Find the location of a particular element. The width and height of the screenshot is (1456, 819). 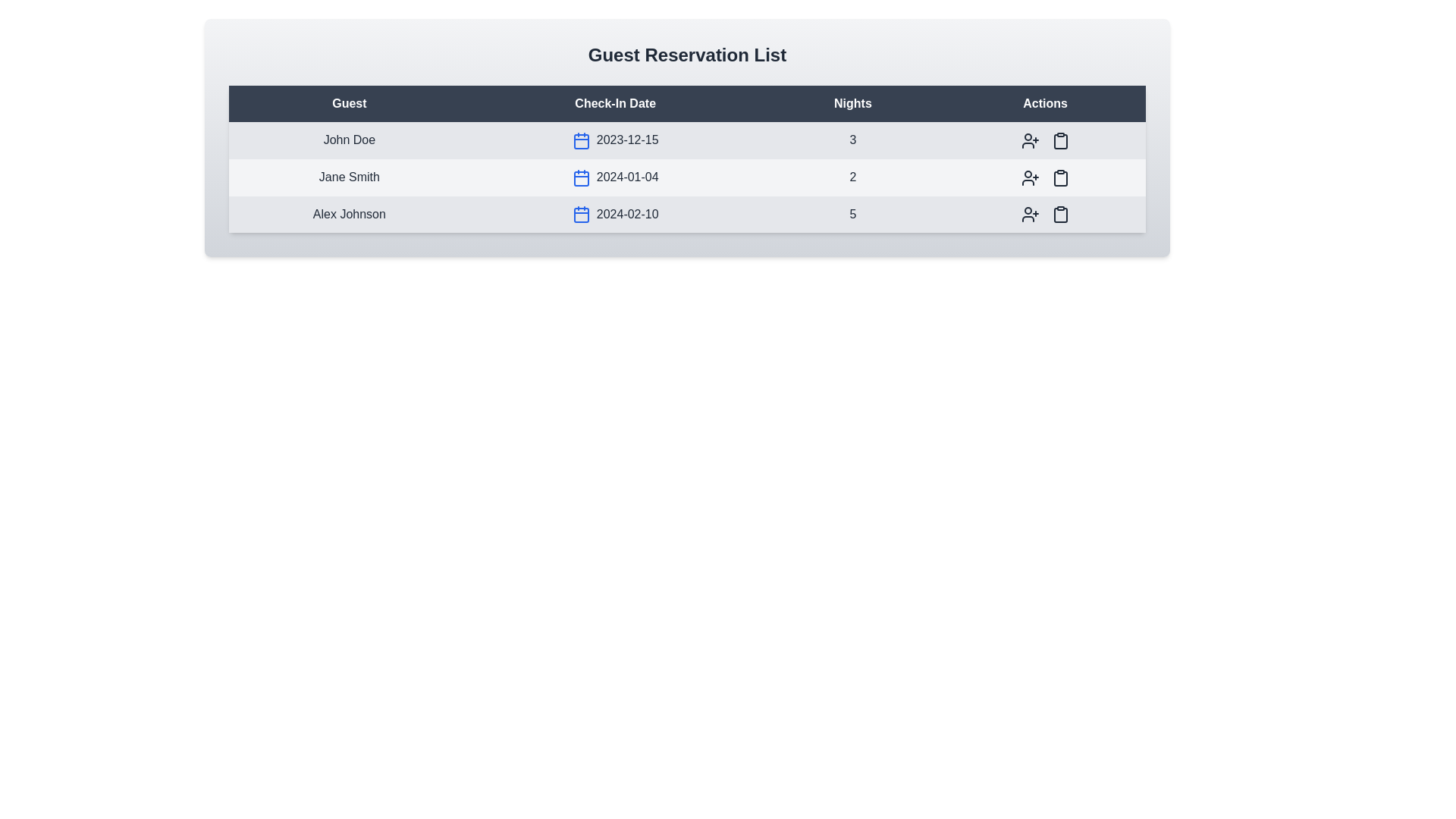

calendar date '2024-01-04' in the second row of the table by clicking on it is located at coordinates (686, 177).